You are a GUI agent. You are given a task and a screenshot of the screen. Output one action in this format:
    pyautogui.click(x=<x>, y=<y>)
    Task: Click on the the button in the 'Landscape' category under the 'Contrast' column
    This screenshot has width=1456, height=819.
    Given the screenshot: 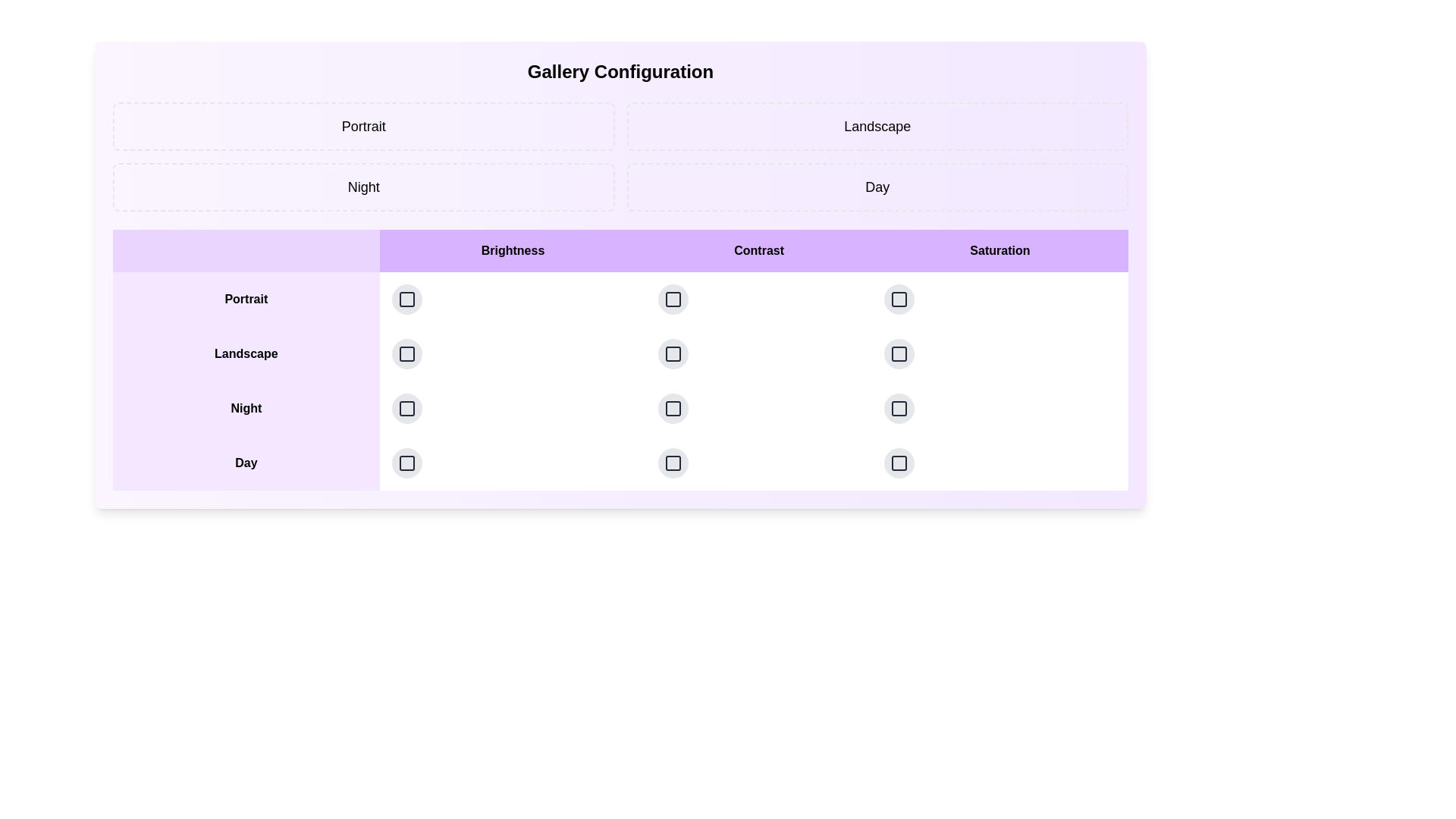 What is the action you would take?
    pyautogui.click(x=759, y=353)
    